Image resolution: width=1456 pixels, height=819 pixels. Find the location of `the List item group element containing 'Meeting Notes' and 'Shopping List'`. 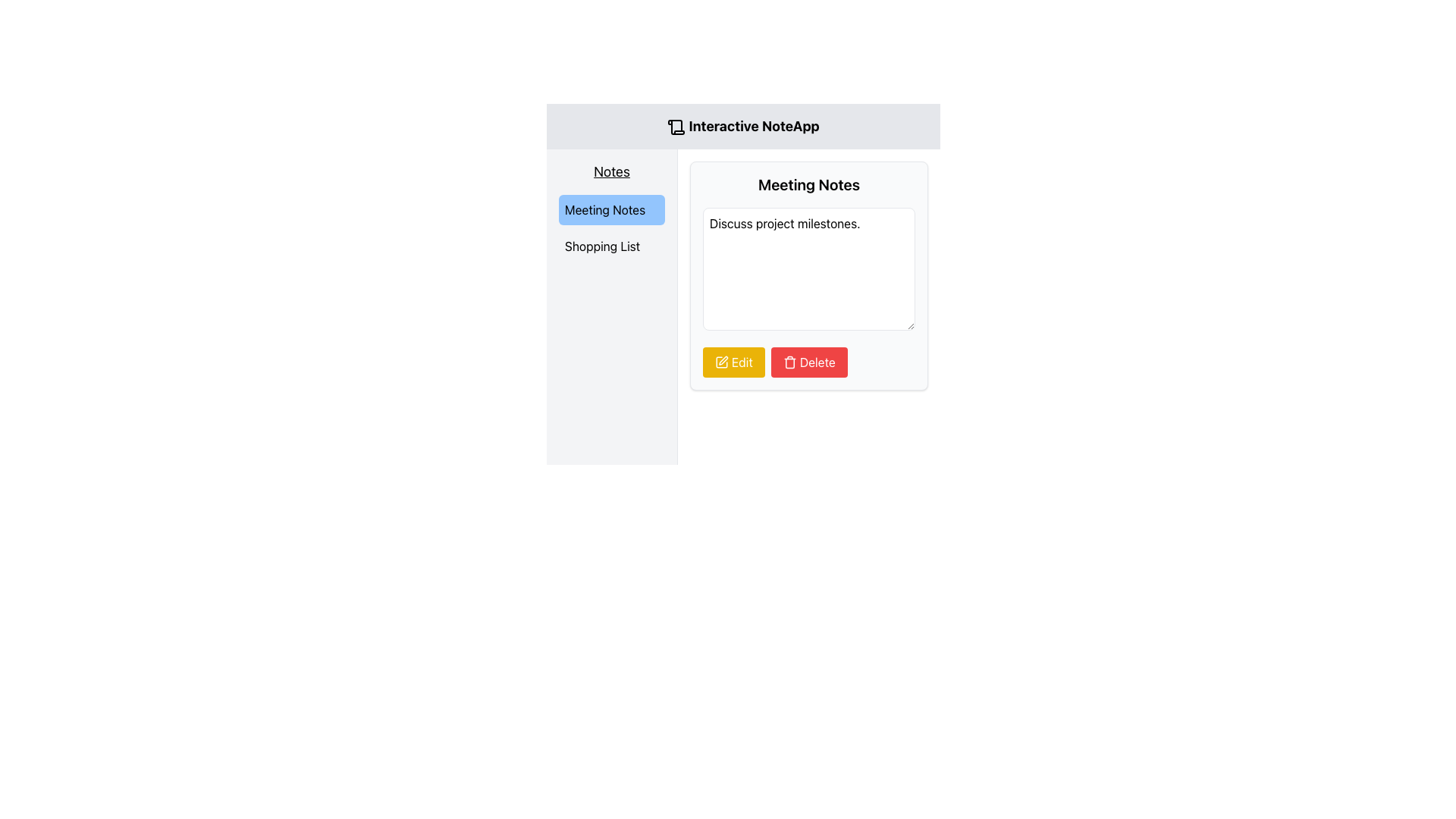

the List item group element containing 'Meeting Notes' and 'Shopping List' is located at coordinates (611, 227).